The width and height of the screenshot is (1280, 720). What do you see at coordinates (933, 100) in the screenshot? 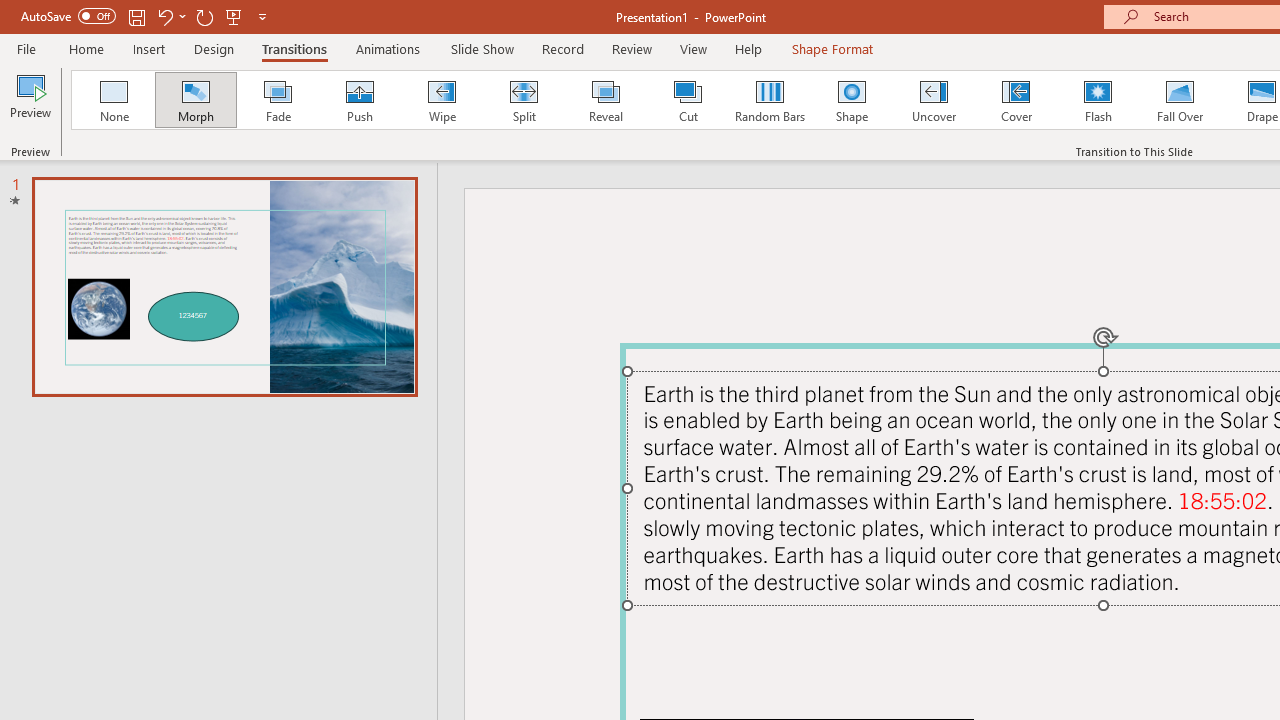
I see `'Uncover'` at bounding box center [933, 100].